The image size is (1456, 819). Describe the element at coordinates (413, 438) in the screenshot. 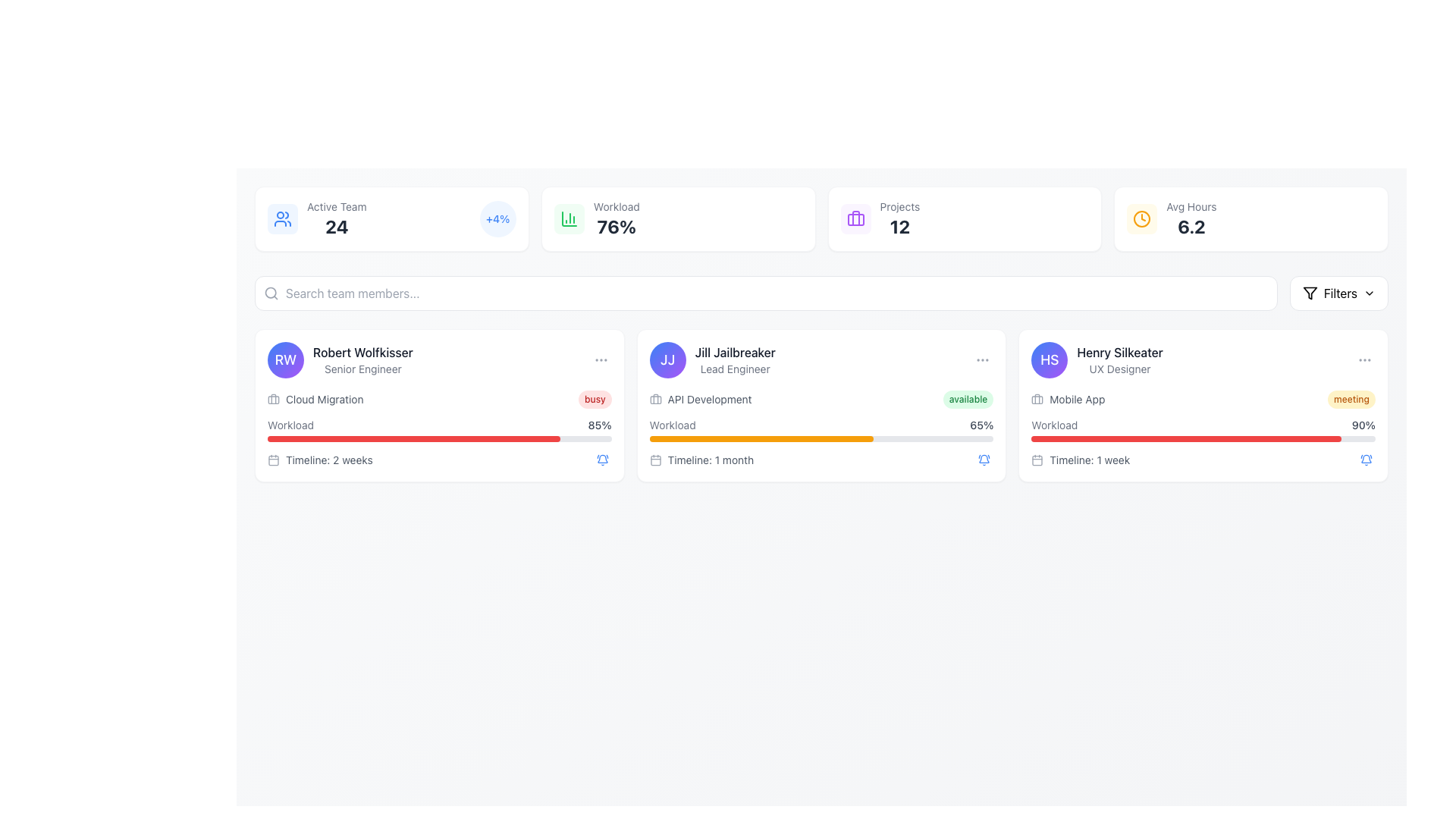

I see `the progress bar styled with a red fill color located beneath the text 'Workload: 85%' in the card labeled 'Robert Wolfkisser - Senior Engineer'` at that location.